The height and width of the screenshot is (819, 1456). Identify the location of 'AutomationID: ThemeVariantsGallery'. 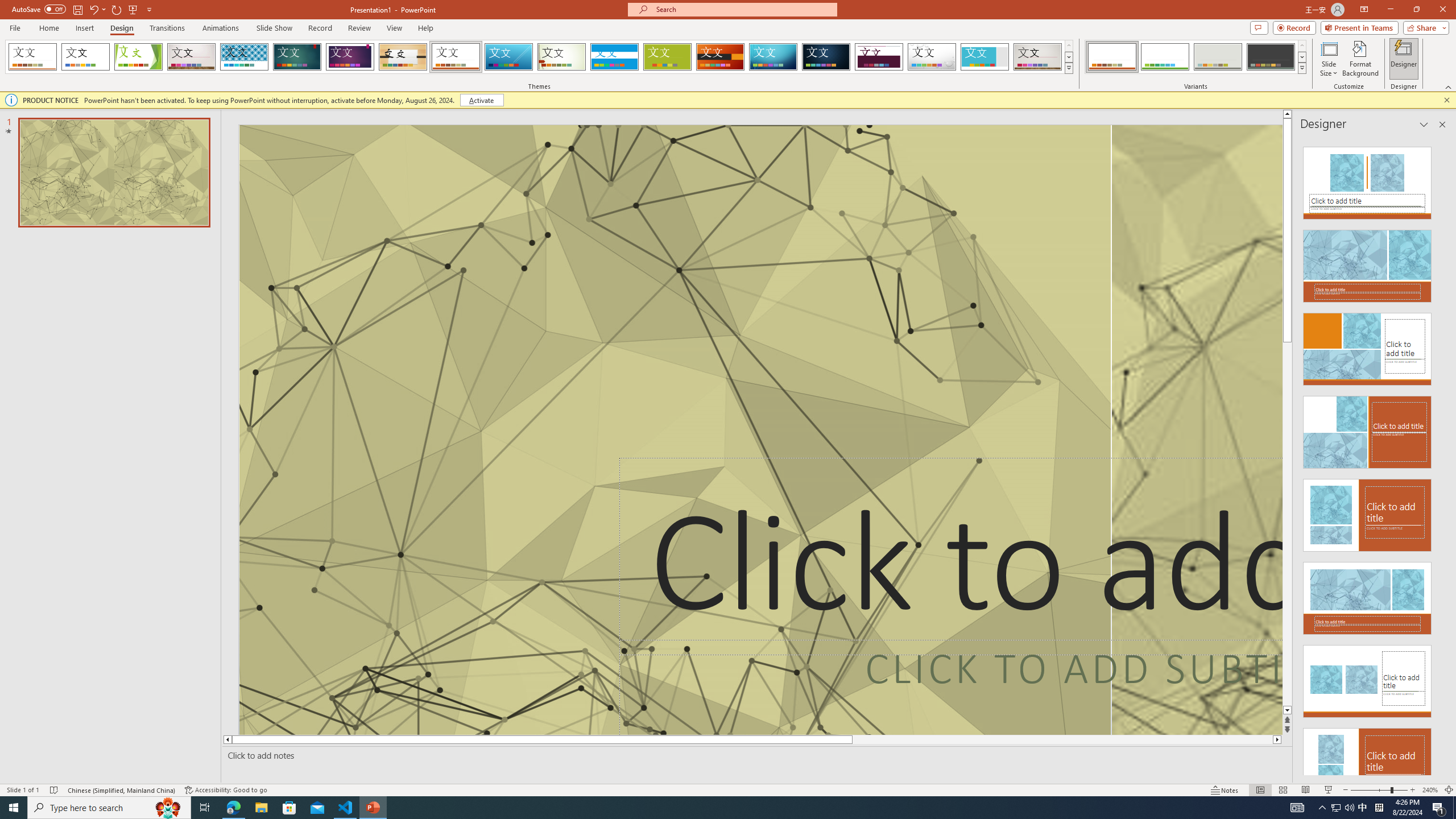
(1196, 56).